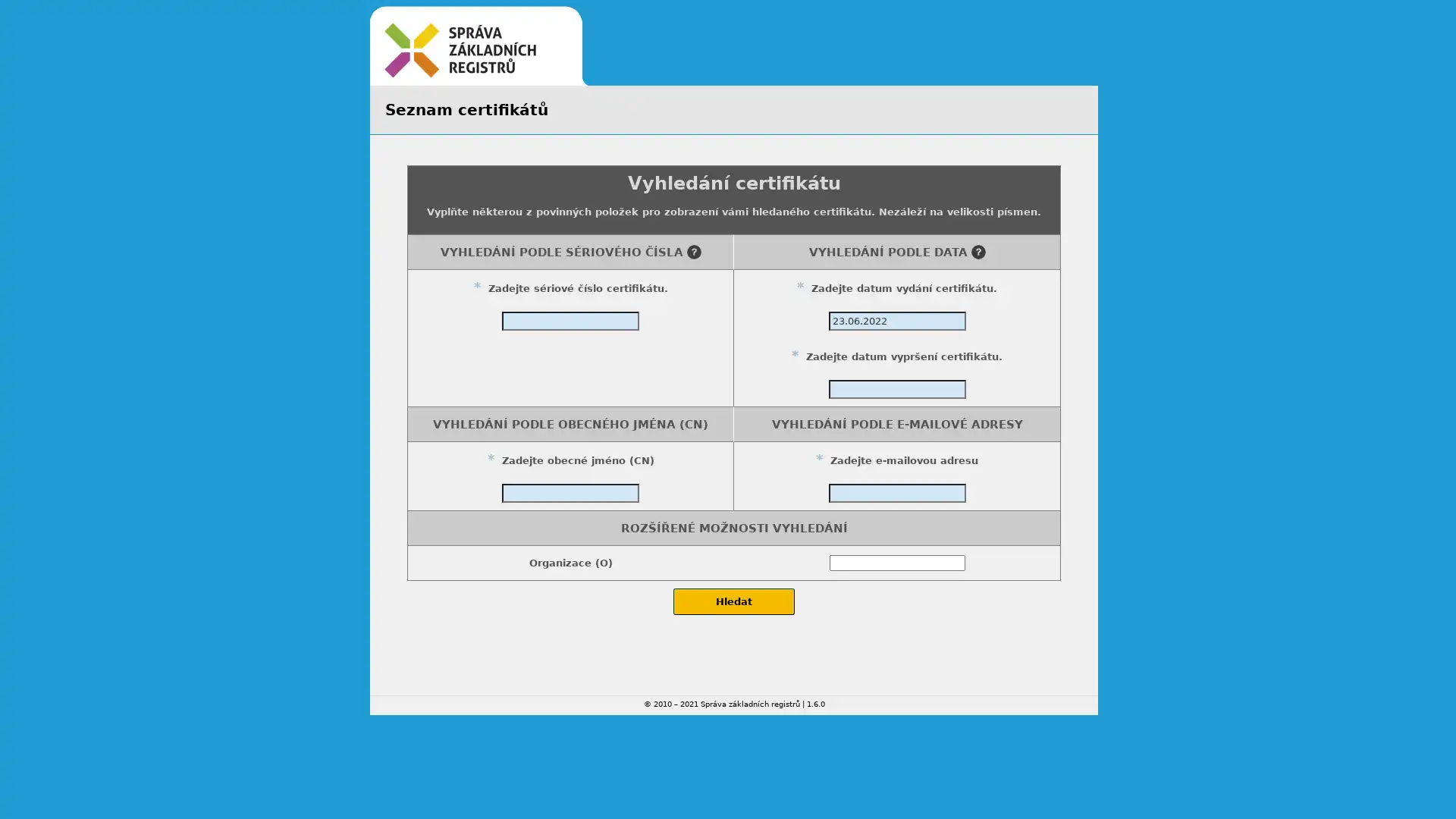 The width and height of the screenshot is (1456, 819). Describe the element at coordinates (692, 251) in the screenshot. I see `Napoveda` at that location.